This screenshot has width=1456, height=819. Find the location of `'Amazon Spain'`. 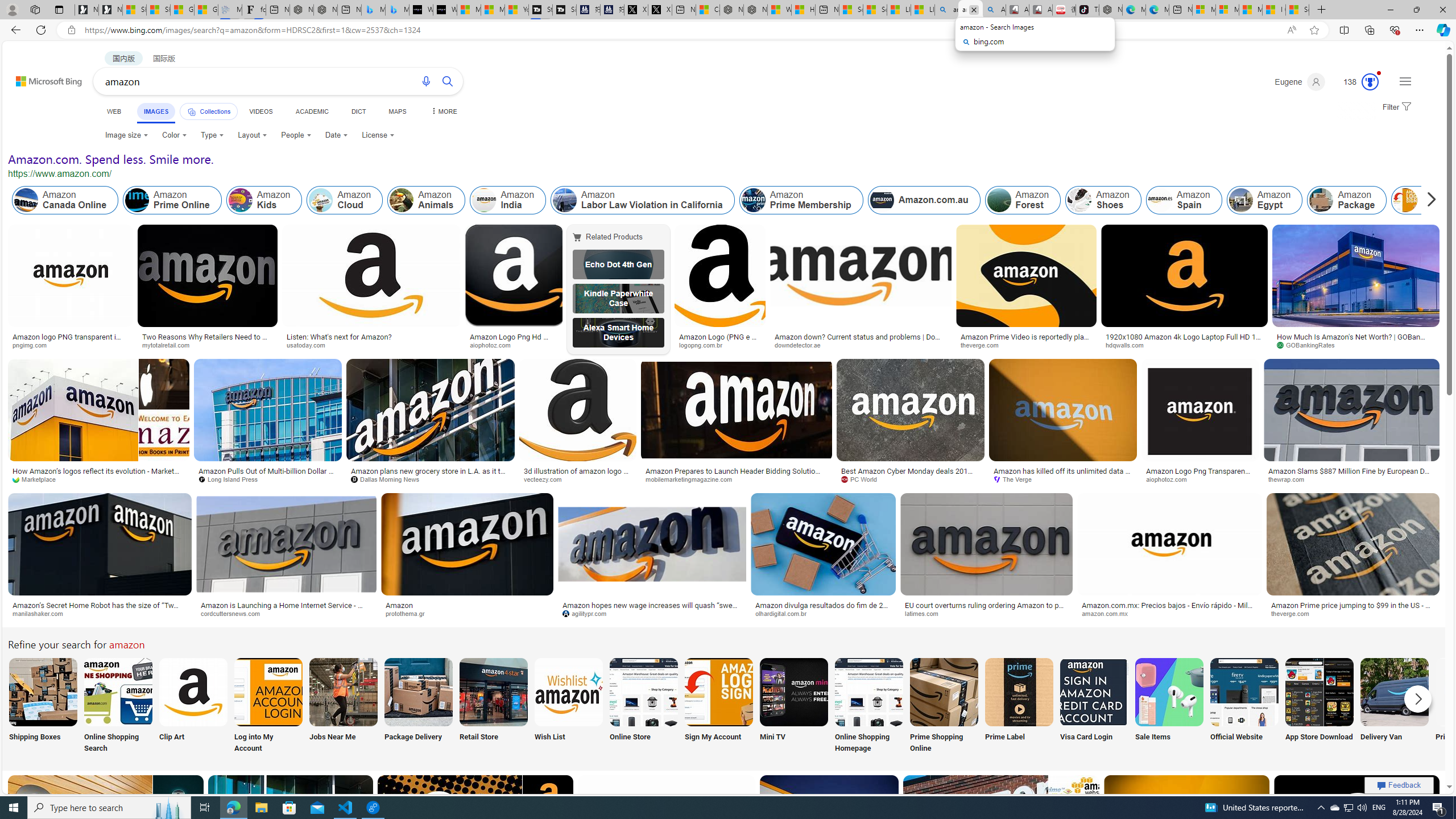

'Amazon Spain' is located at coordinates (1183, 200).